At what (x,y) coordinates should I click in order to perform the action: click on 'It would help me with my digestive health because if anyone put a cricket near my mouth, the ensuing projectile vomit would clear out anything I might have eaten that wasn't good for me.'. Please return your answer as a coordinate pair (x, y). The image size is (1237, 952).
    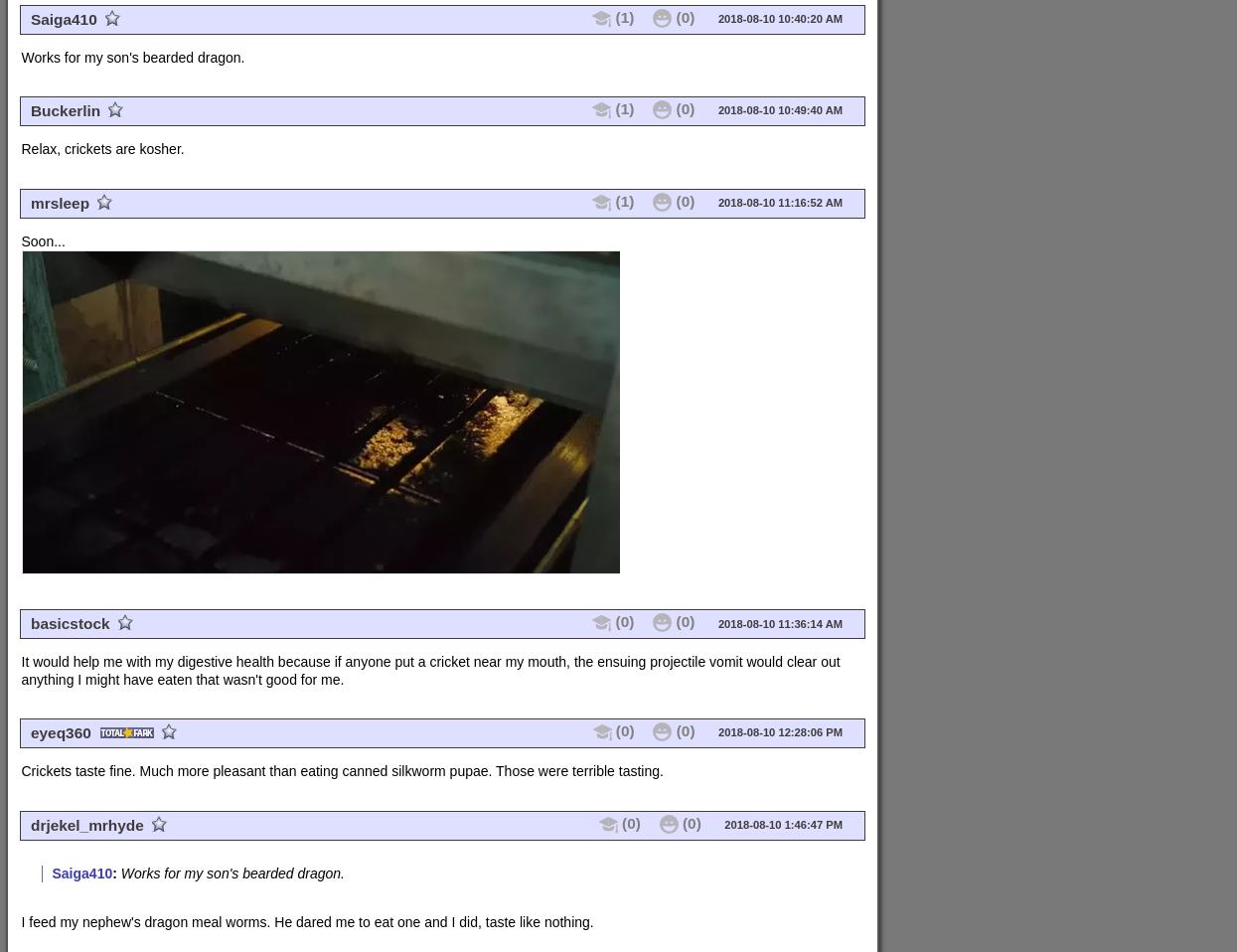
    Looking at the image, I should click on (20, 669).